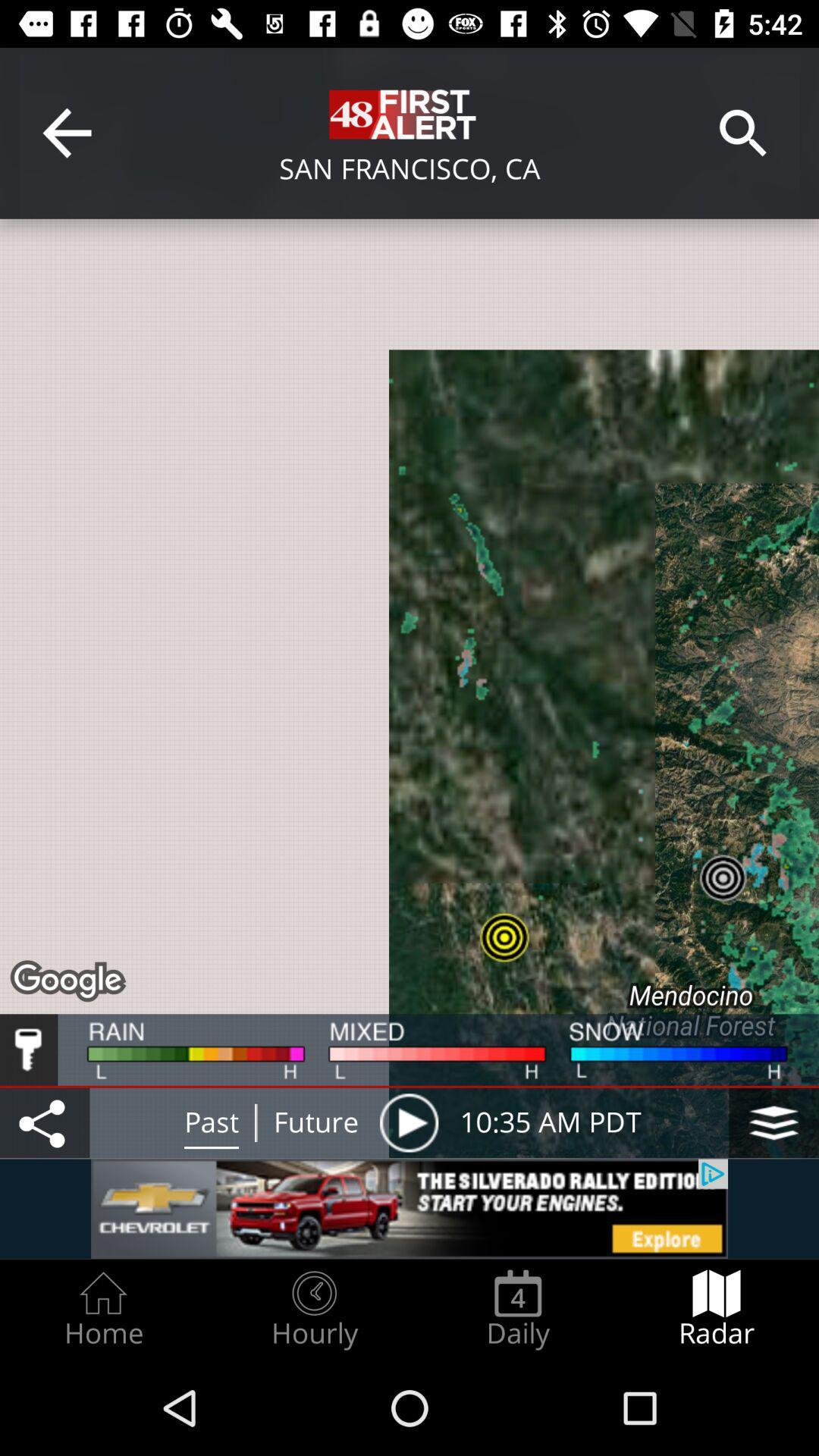  I want to click on hourly icon, so click(313, 1309).